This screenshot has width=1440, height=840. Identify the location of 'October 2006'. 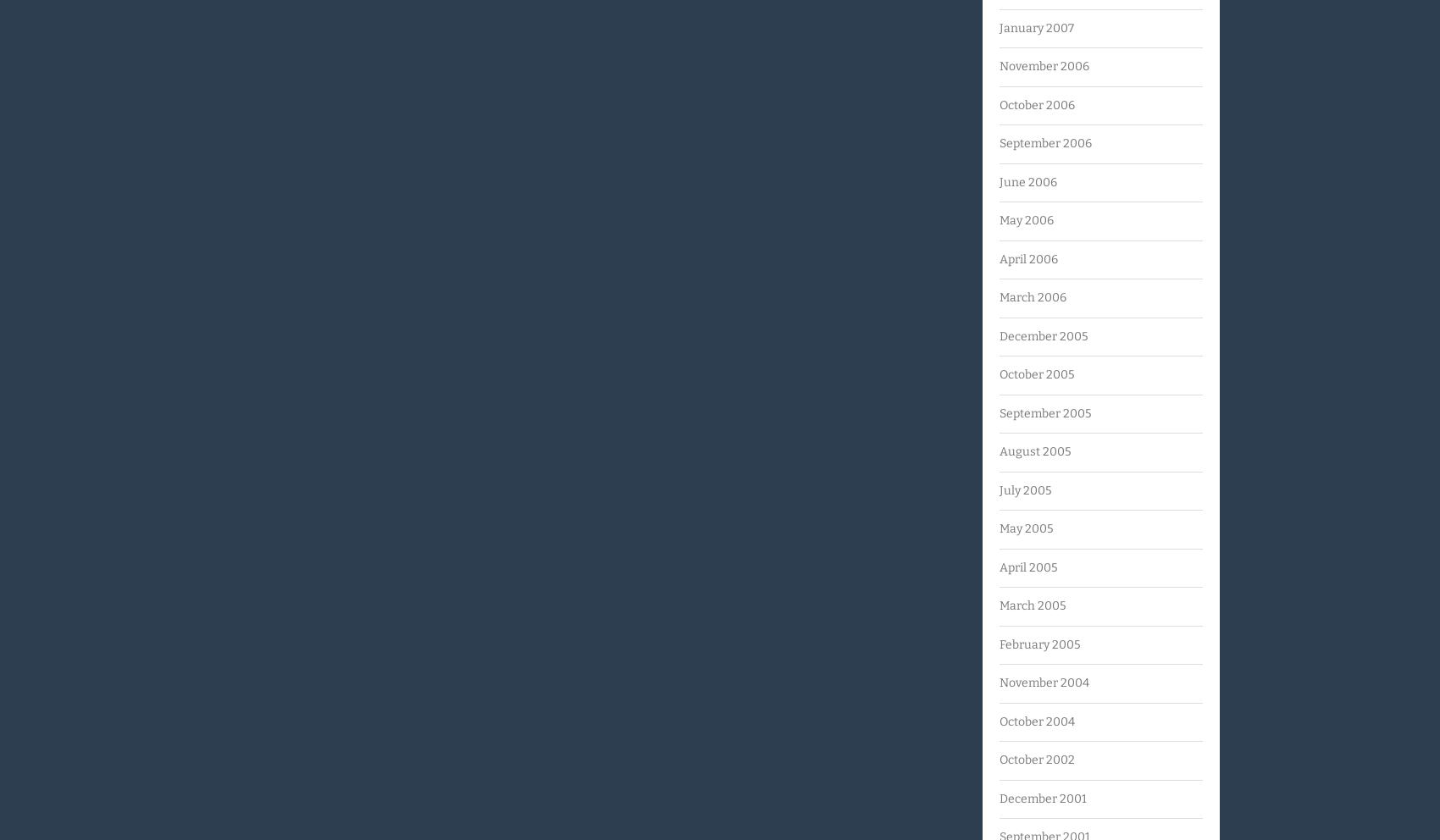
(1036, 103).